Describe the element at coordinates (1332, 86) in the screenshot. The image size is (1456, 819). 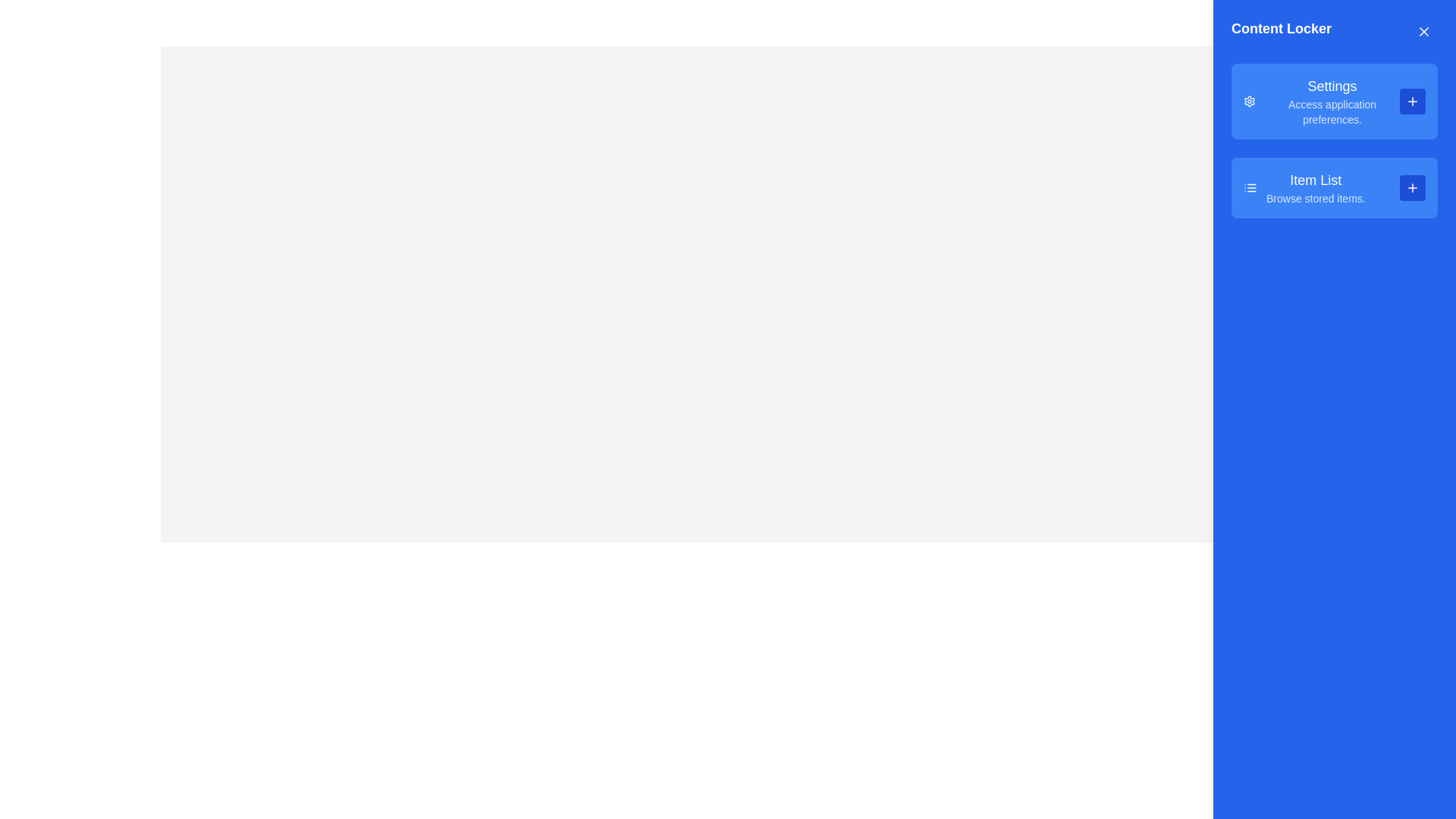
I see `header text indicating the purpose of accessing or modifying application settings in the blue sidebar labeled 'Content Locker'` at that location.